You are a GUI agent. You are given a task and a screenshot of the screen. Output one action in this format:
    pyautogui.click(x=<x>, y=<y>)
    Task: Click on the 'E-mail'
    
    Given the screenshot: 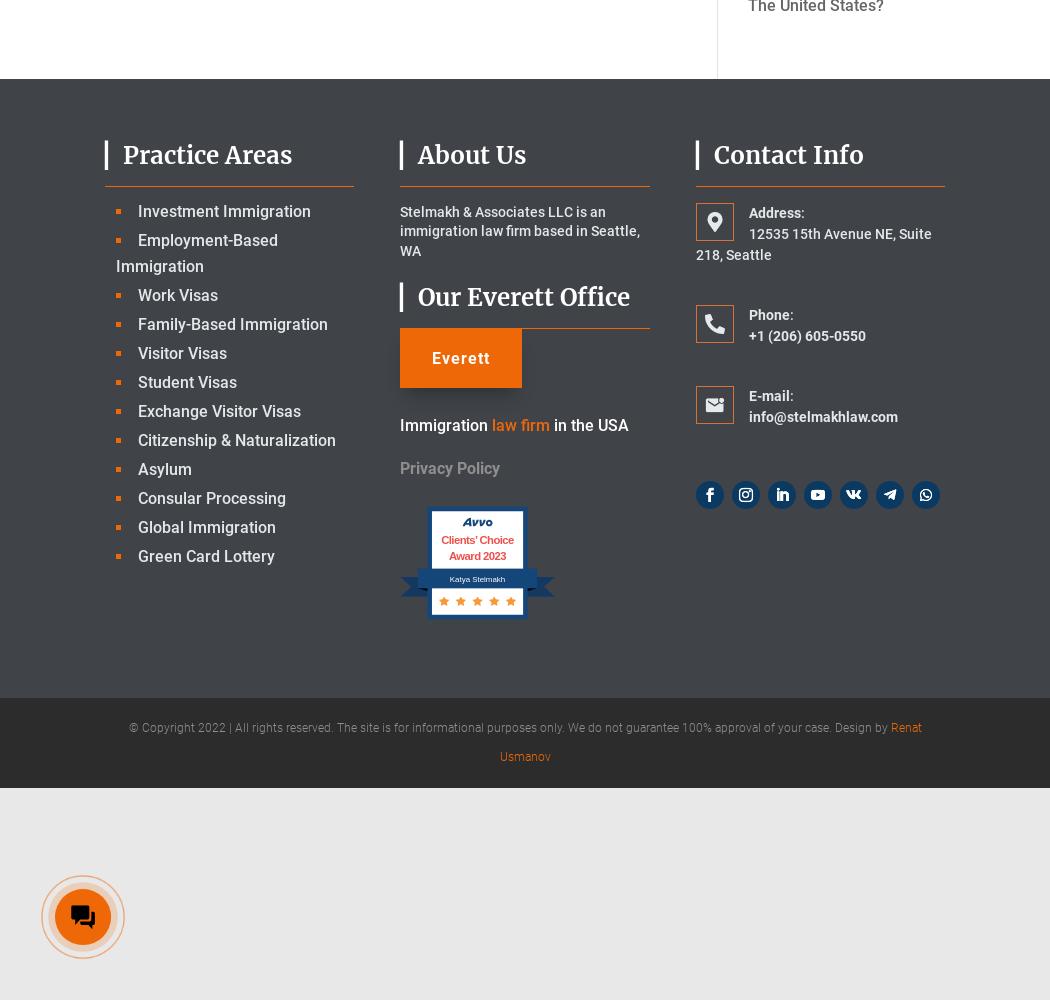 What is the action you would take?
    pyautogui.click(x=768, y=395)
    